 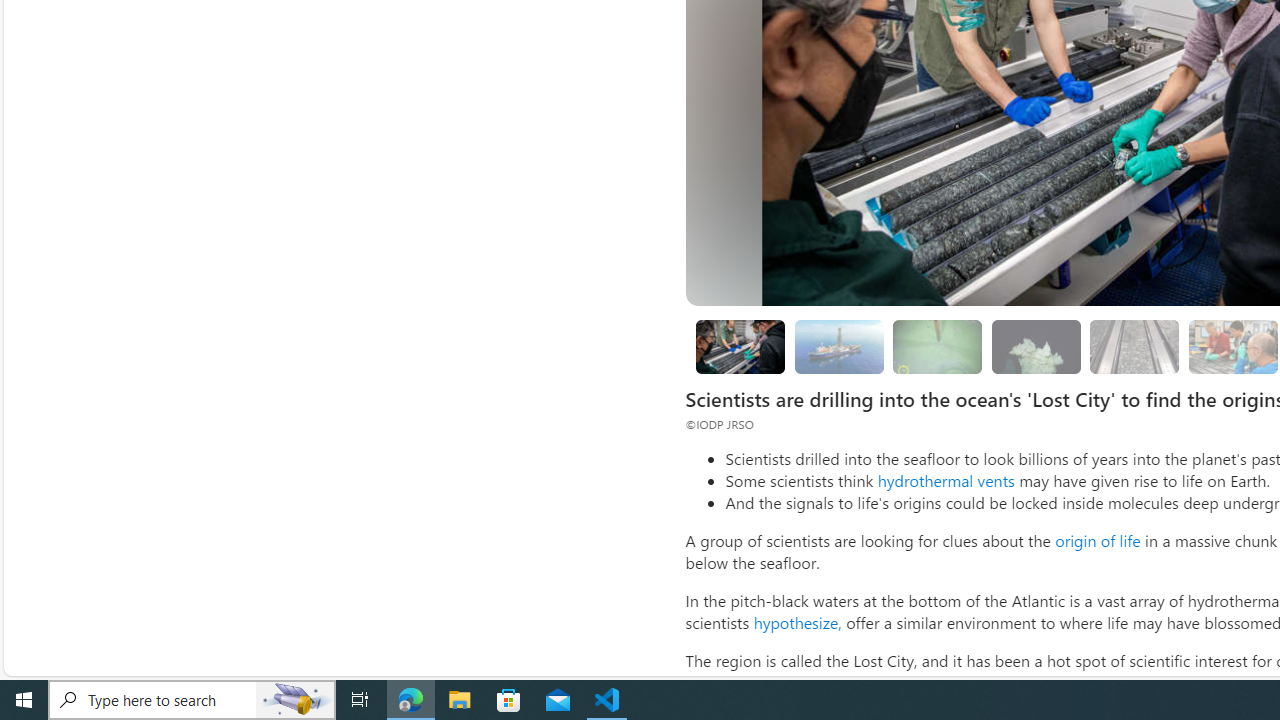 What do you see at coordinates (1096, 540) in the screenshot?
I see `'origin of life'` at bounding box center [1096, 540].